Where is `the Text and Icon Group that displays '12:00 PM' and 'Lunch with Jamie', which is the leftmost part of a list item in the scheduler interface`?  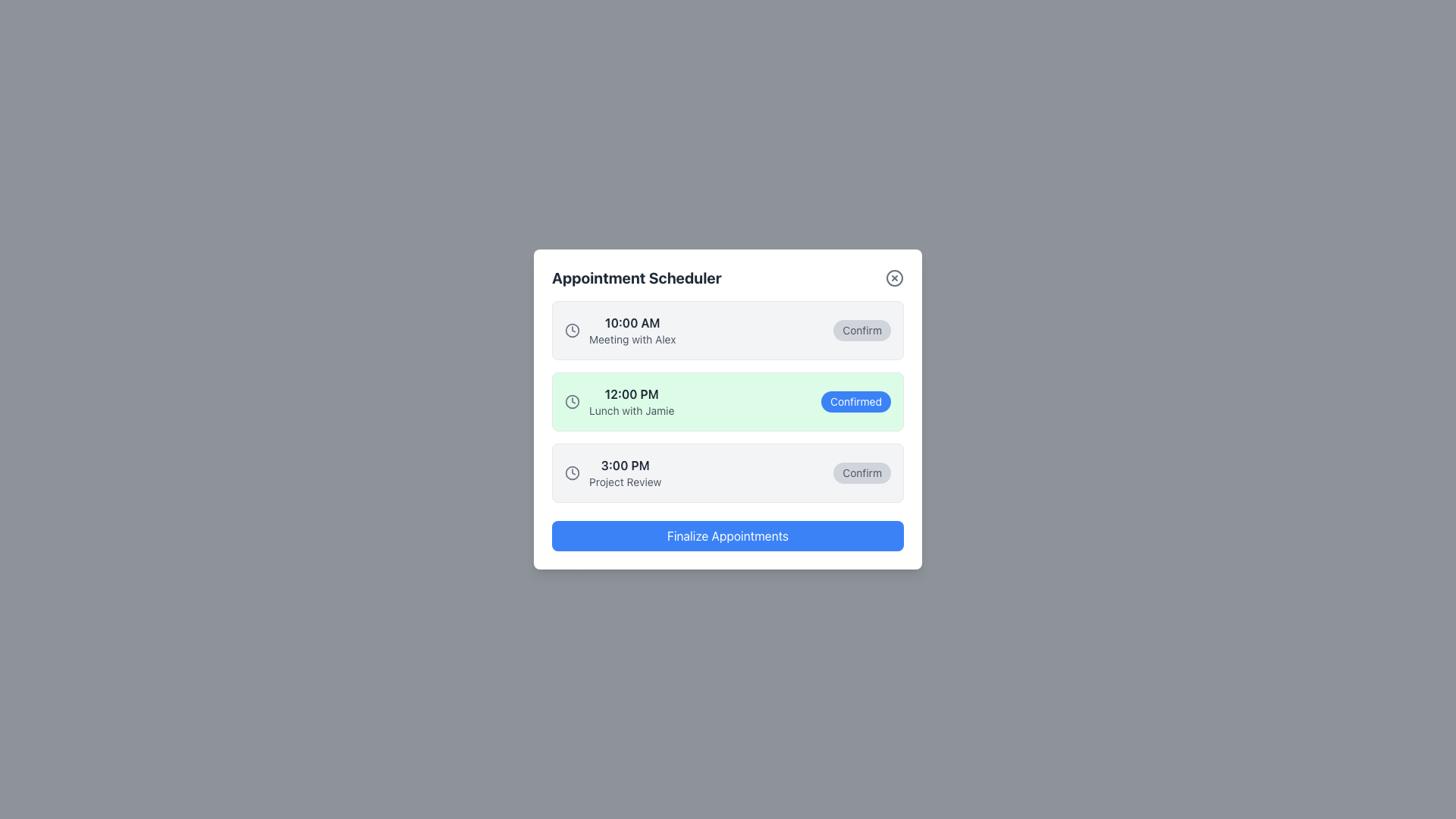 the Text and Icon Group that displays '12:00 PM' and 'Lunch with Jamie', which is the leftmost part of a list item in the scheduler interface is located at coordinates (620, 400).